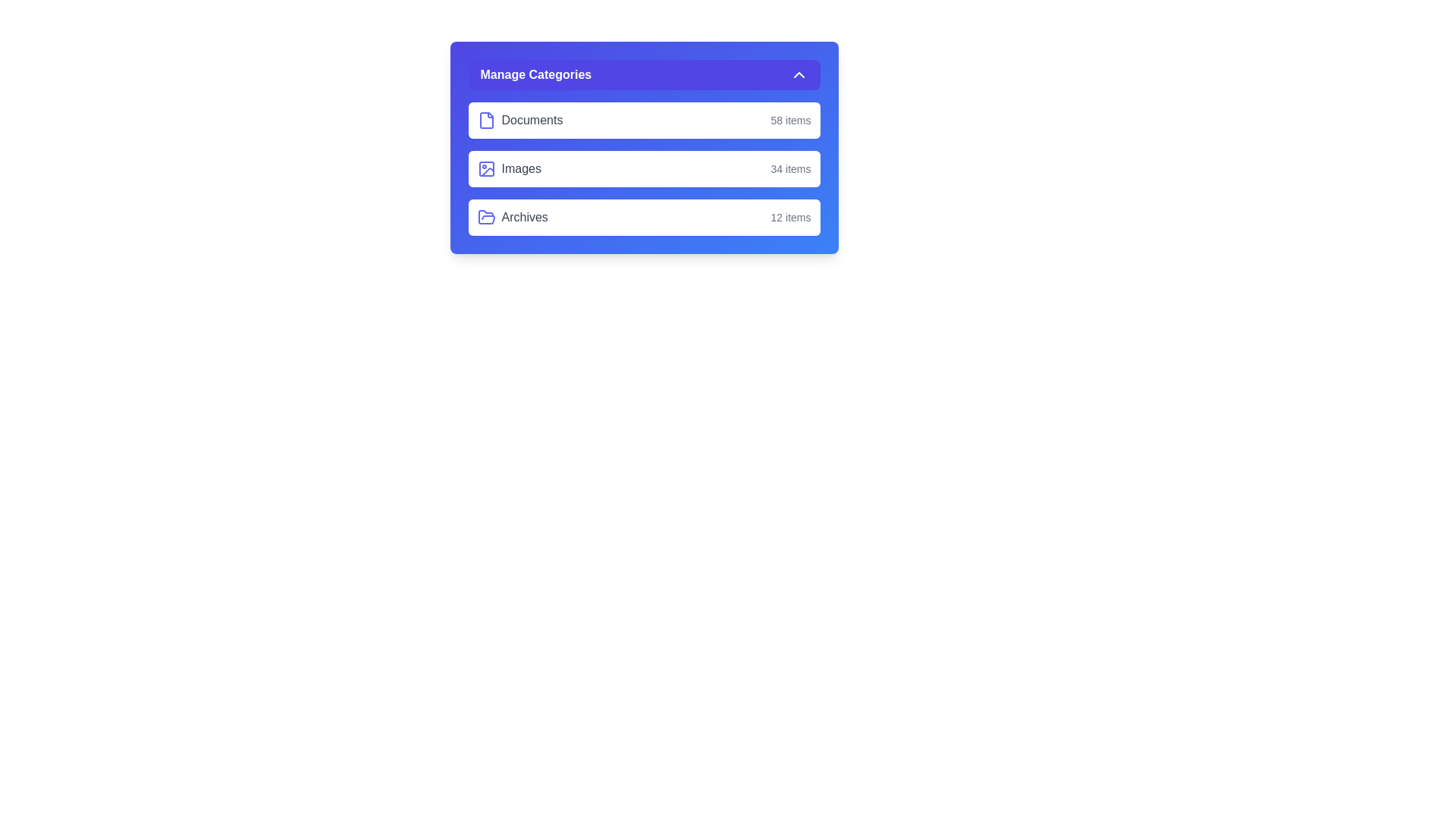 The width and height of the screenshot is (1456, 819). What do you see at coordinates (644, 75) in the screenshot?
I see `toggle button to expand or collapse the menu` at bounding box center [644, 75].